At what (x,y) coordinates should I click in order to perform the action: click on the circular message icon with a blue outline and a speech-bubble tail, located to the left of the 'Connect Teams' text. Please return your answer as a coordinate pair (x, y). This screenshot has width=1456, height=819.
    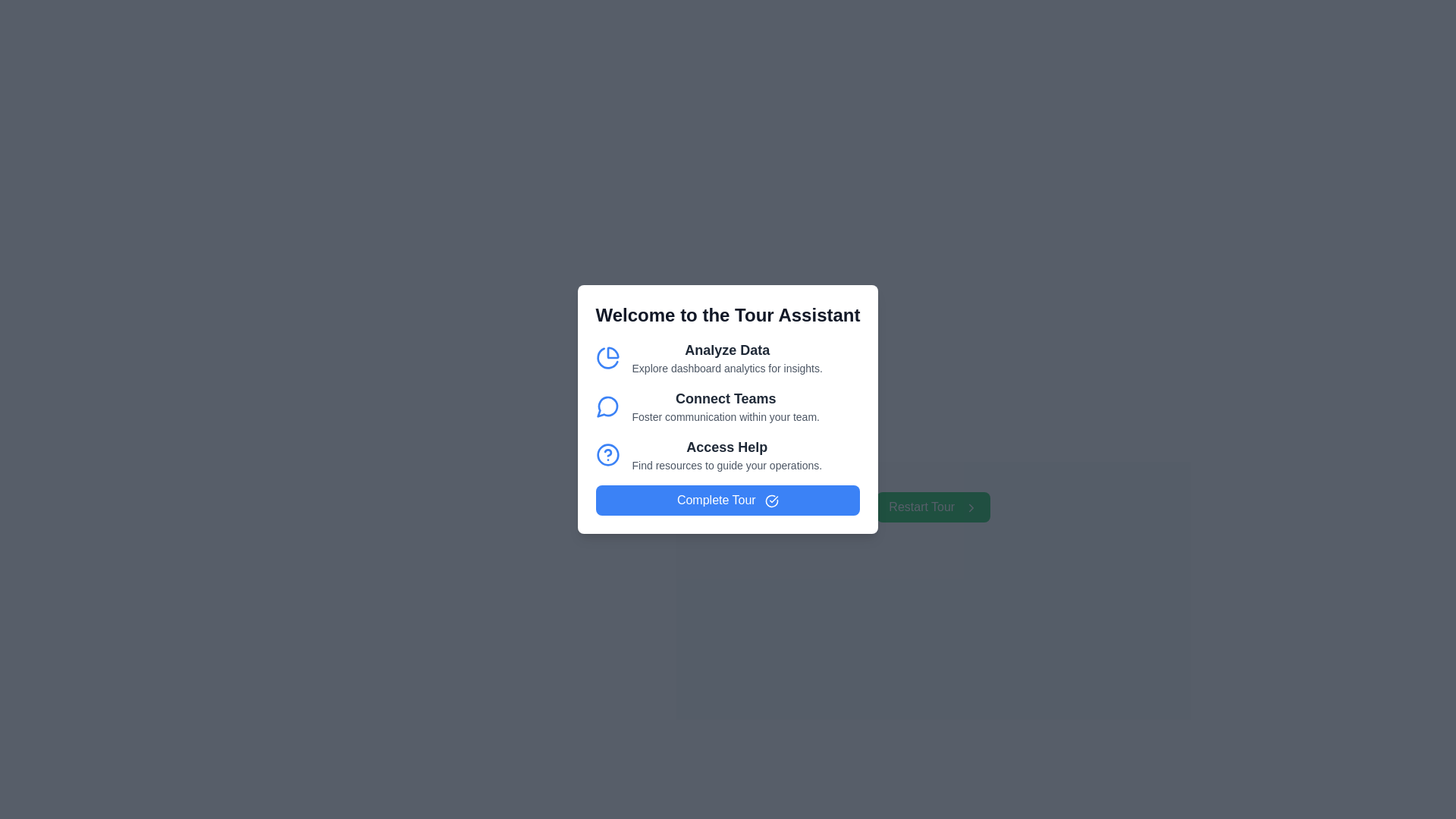
    Looking at the image, I should click on (607, 406).